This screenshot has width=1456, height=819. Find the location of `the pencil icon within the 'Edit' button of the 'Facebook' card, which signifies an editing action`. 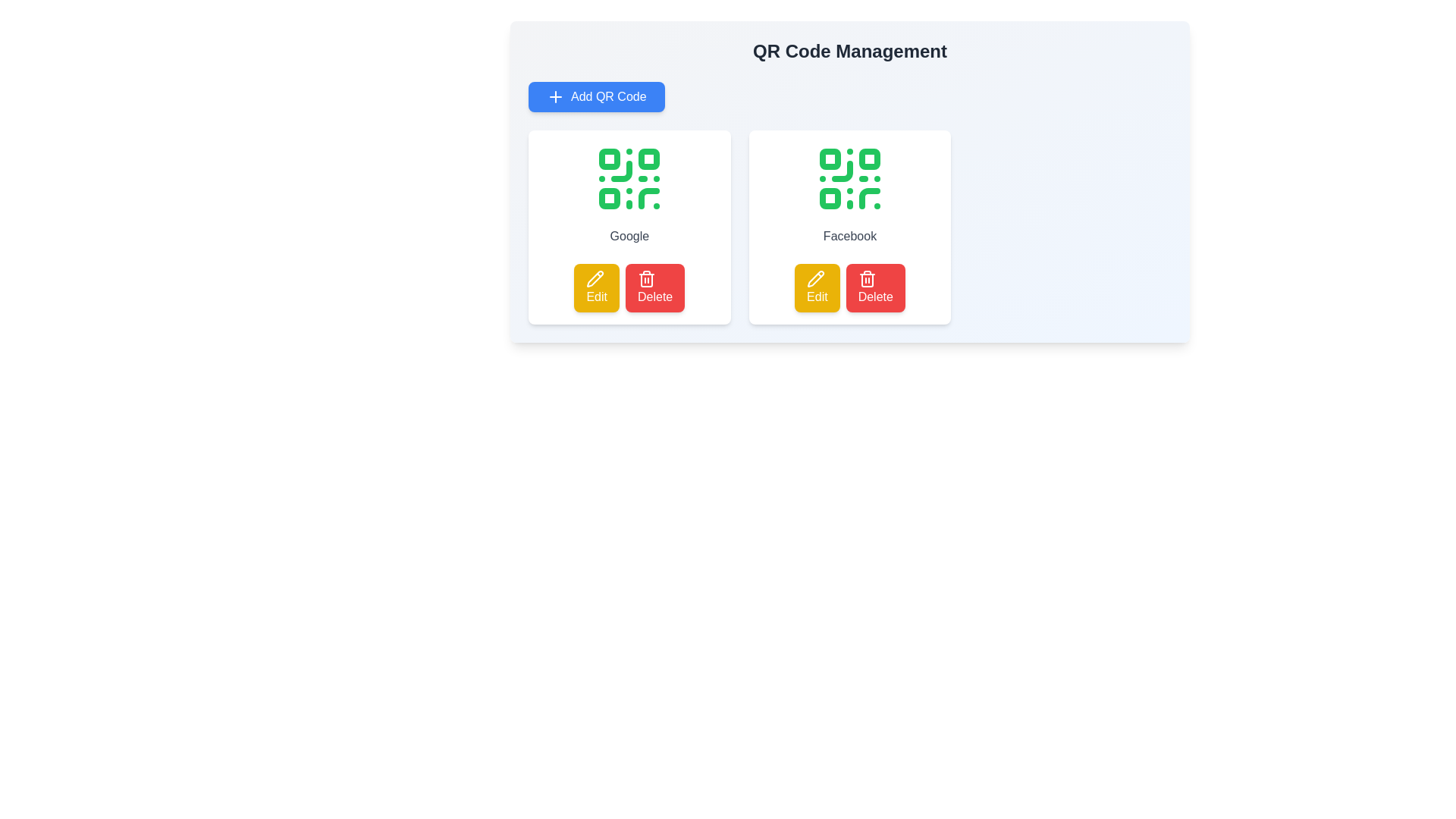

the pencil icon within the 'Edit' button of the 'Facebook' card, which signifies an editing action is located at coordinates (815, 278).